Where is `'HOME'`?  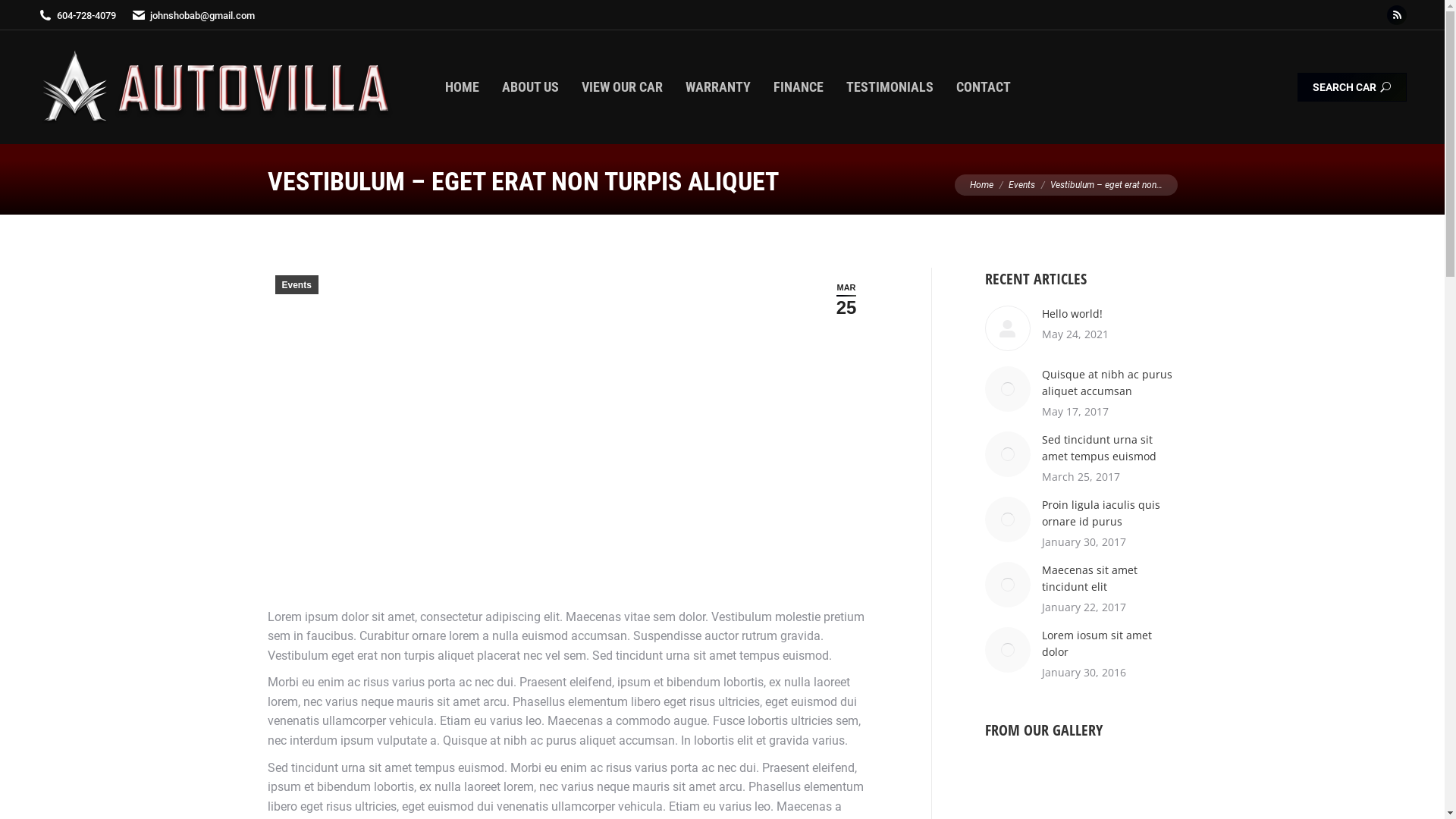
'HOME' is located at coordinates (461, 87).